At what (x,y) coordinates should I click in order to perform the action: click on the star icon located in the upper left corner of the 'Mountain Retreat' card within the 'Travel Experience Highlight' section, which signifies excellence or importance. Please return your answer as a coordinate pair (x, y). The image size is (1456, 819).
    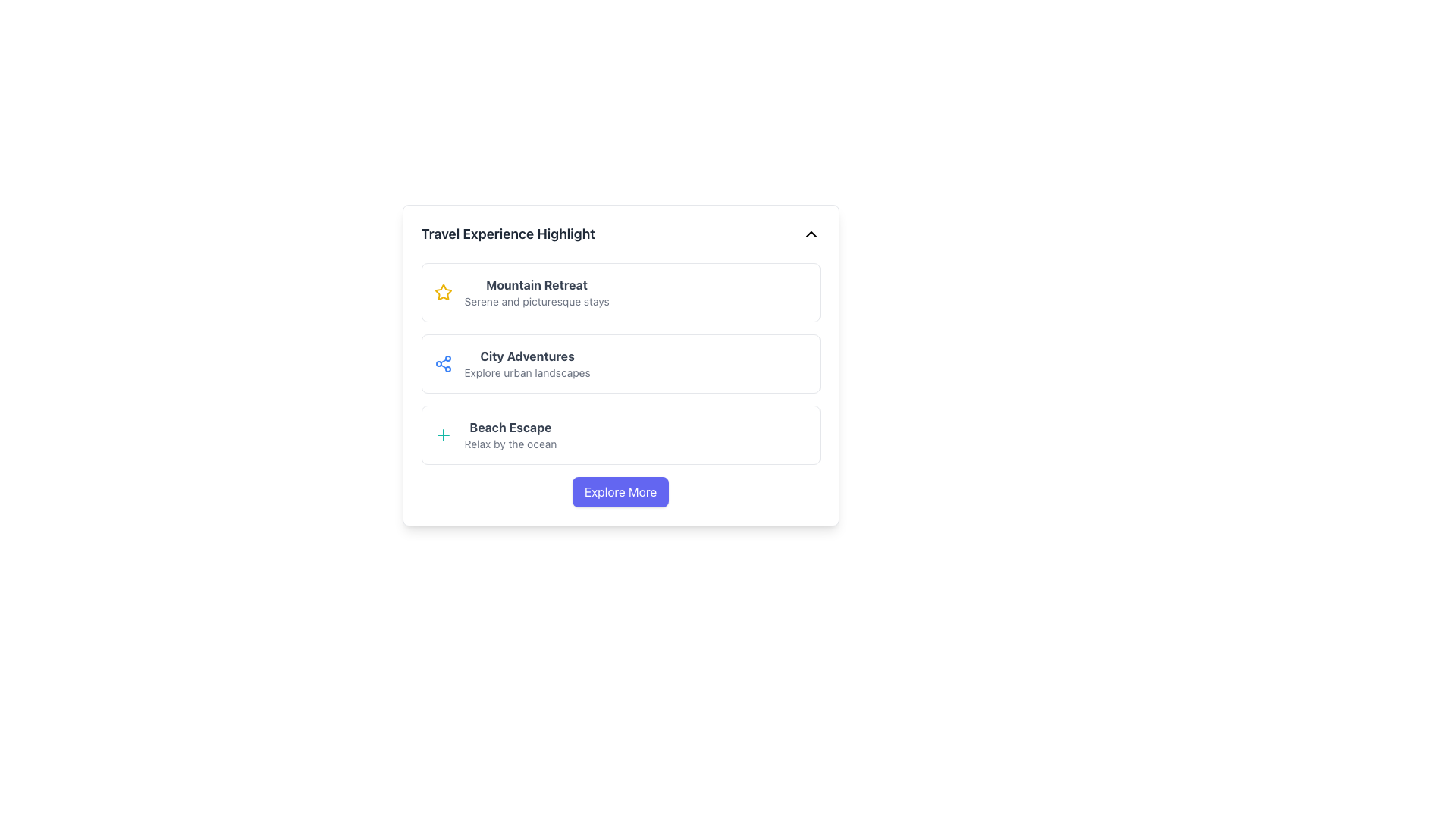
    Looking at the image, I should click on (442, 292).